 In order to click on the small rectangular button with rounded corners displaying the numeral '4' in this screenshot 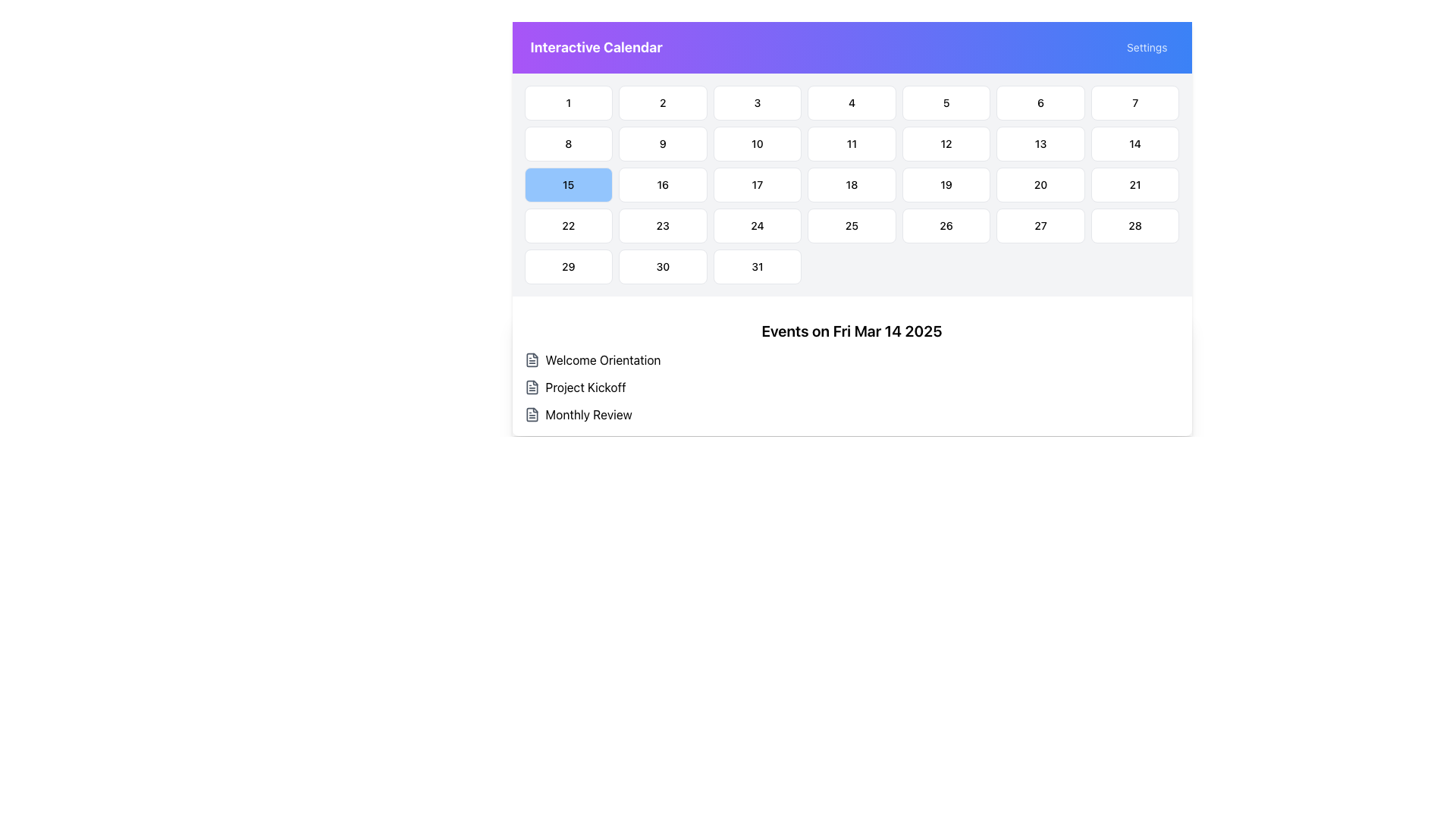, I will do `click(852, 102)`.